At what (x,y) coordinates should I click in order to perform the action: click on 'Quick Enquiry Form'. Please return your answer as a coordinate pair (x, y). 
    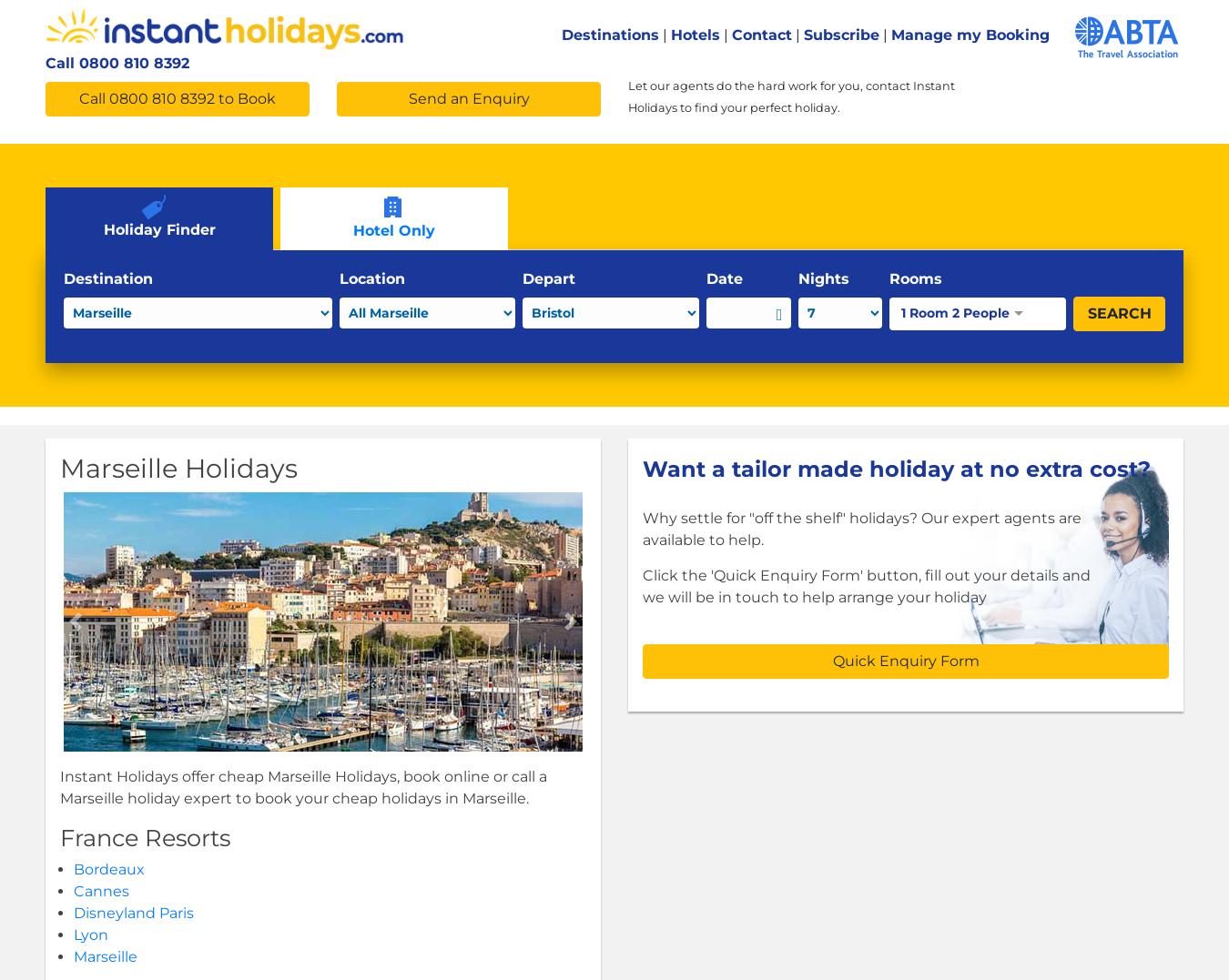
    Looking at the image, I should click on (904, 660).